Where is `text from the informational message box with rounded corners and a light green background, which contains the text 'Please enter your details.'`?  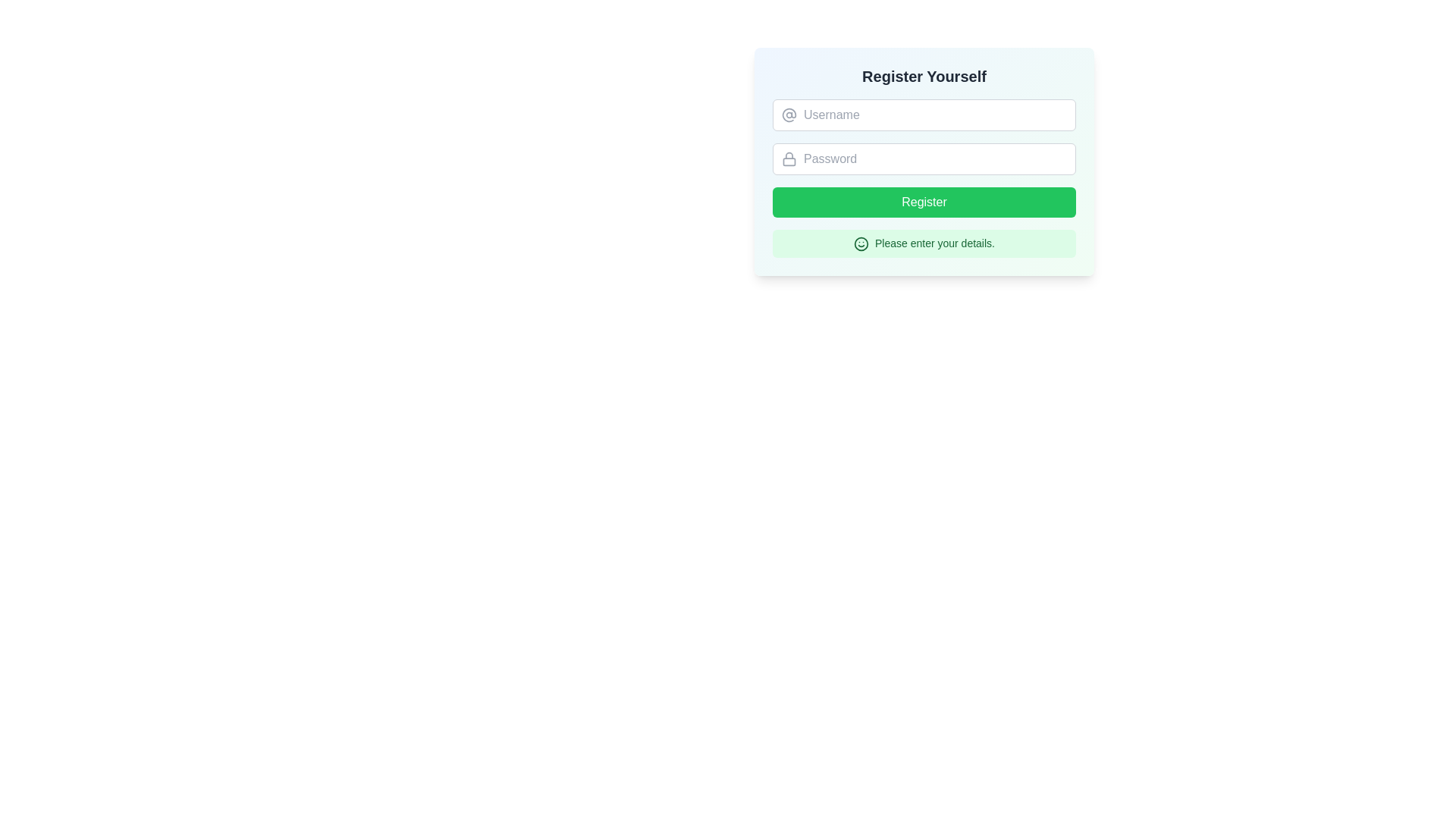 text from the informational message box with rounded corners and a light green background, which contains the text 'Please enter your details.' is located at coordinates (924, 242).